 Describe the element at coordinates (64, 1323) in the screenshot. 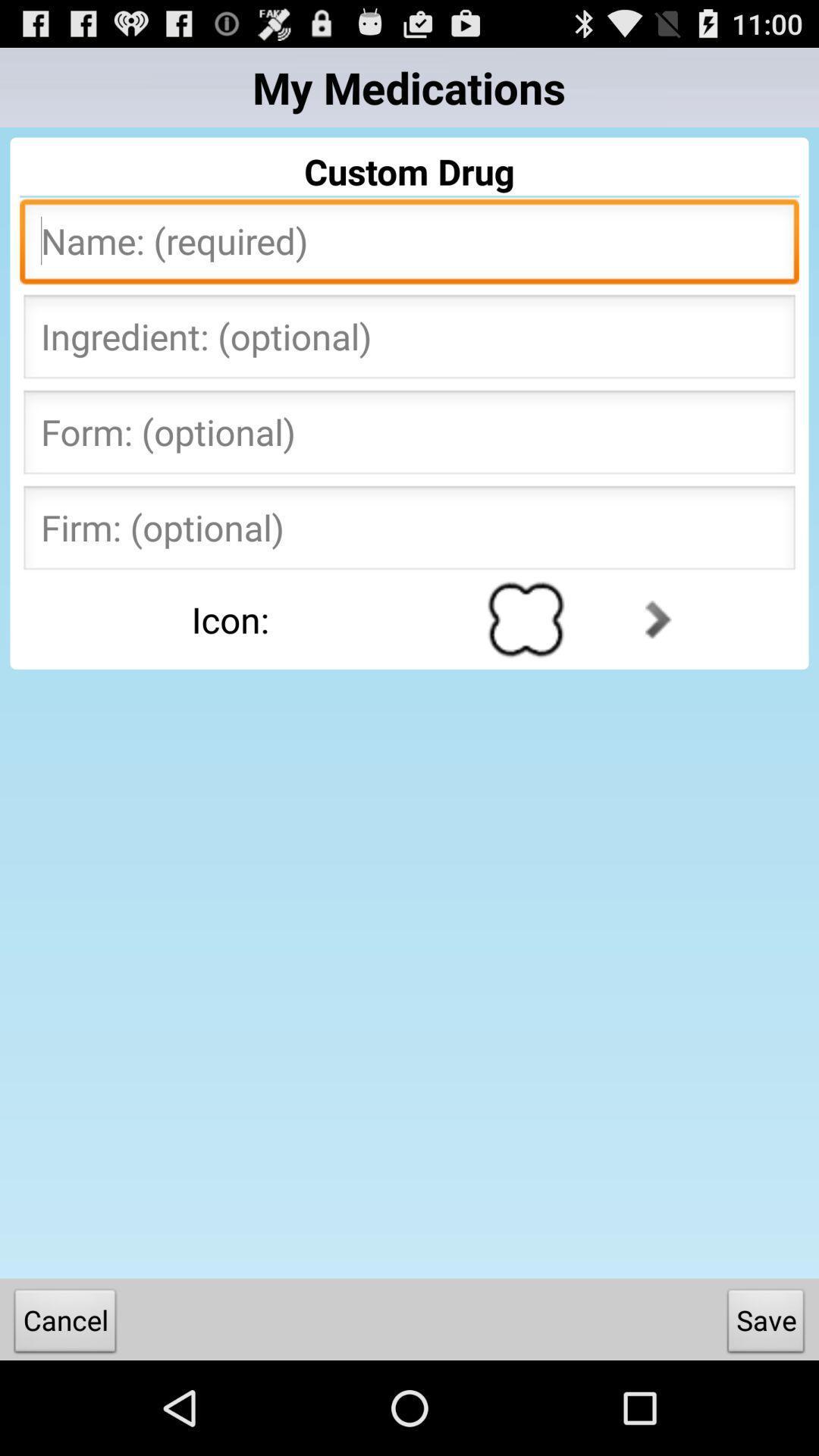

I see `the button next to the save item` at that location.